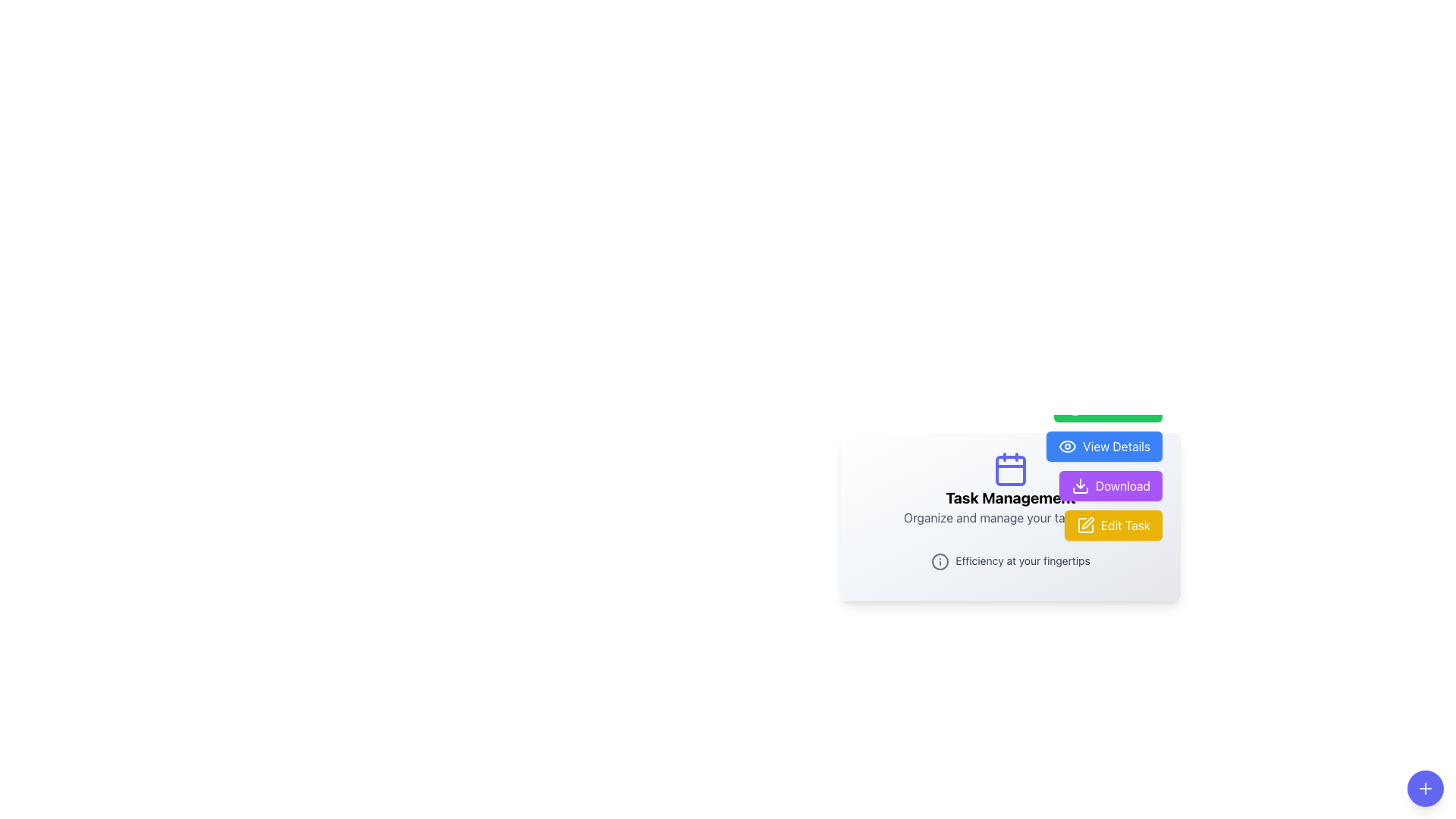  Describe the element at coordinates (1110, 485) in the screenshot. I see `the 'Download' button` at that location.